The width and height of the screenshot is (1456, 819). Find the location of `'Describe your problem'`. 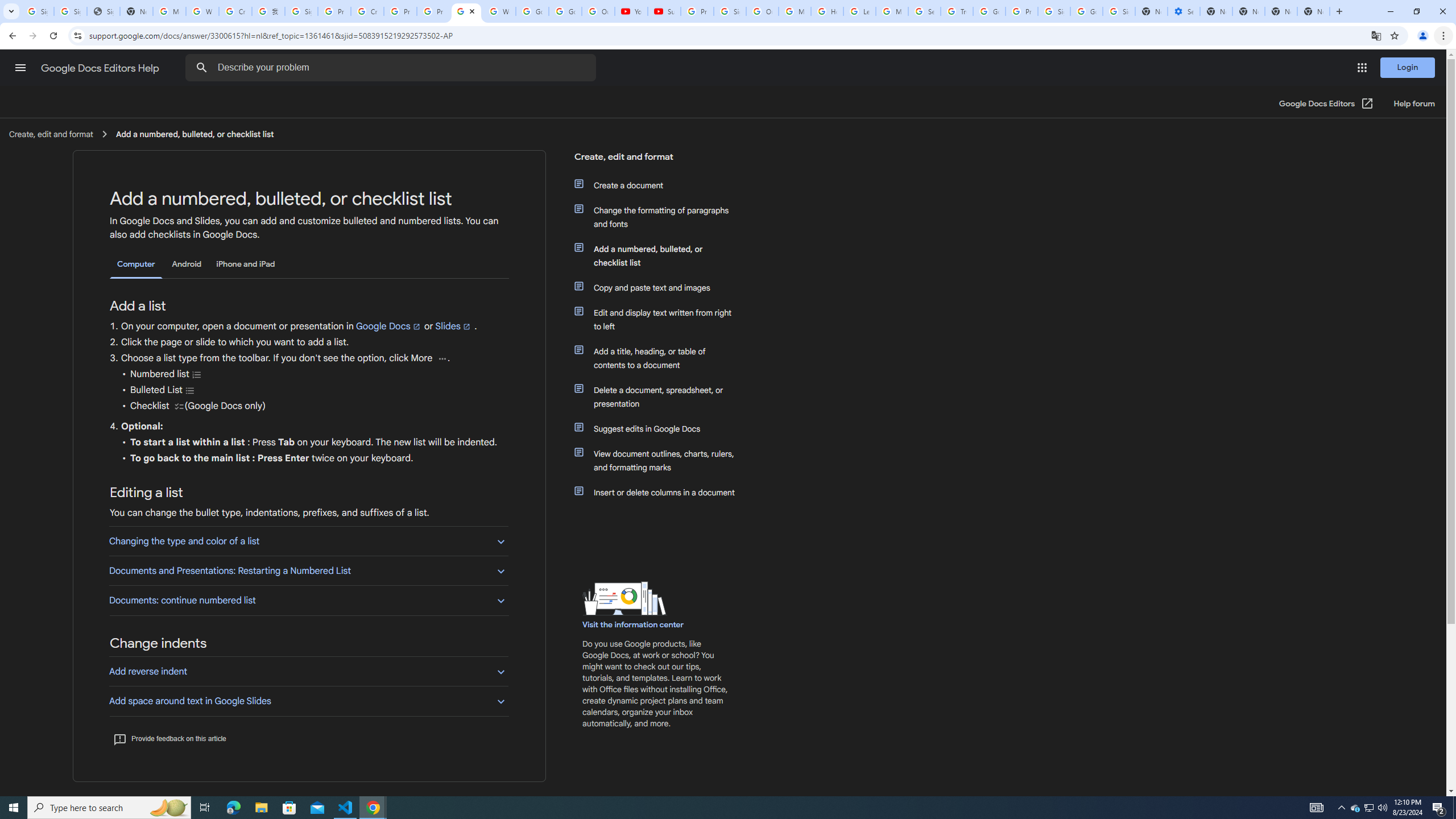

'Describe your problem' is located at coordinates (391, 67).